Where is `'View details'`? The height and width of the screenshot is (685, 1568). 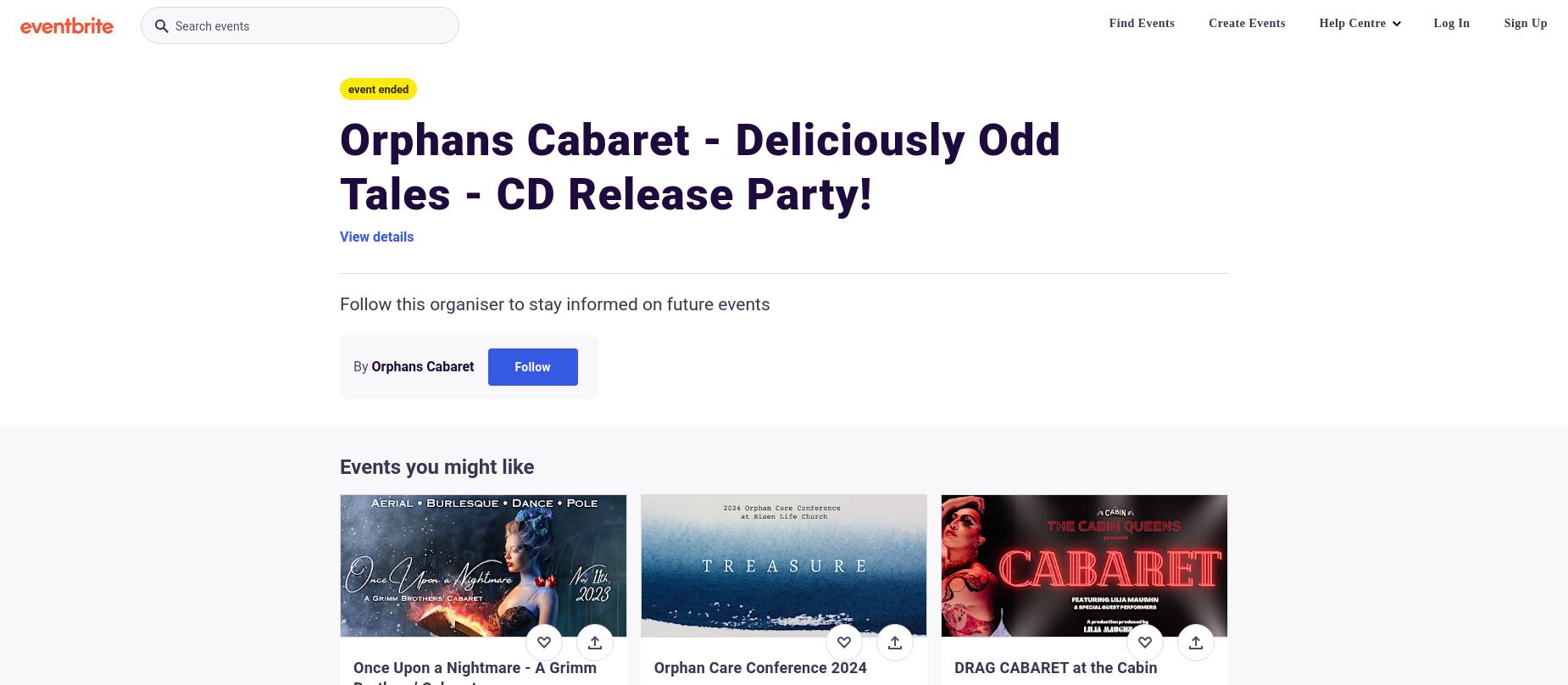
'View details' is located at coordinates (375, 237).